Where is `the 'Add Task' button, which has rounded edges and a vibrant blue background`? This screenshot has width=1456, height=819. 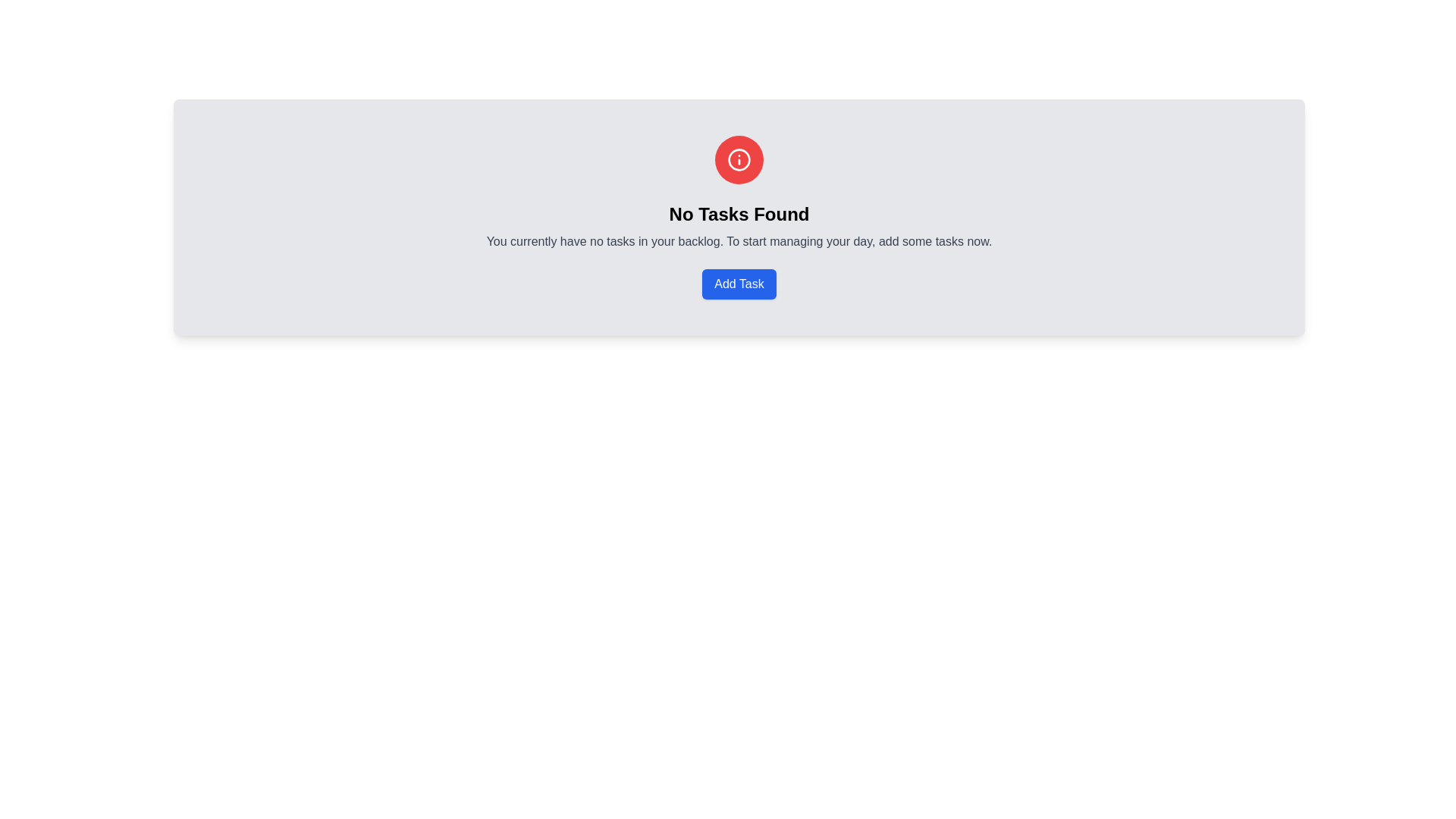 the 'Add Task' button, which has rounded edges and a vibrant blue background is located at coordinates (739, 284).